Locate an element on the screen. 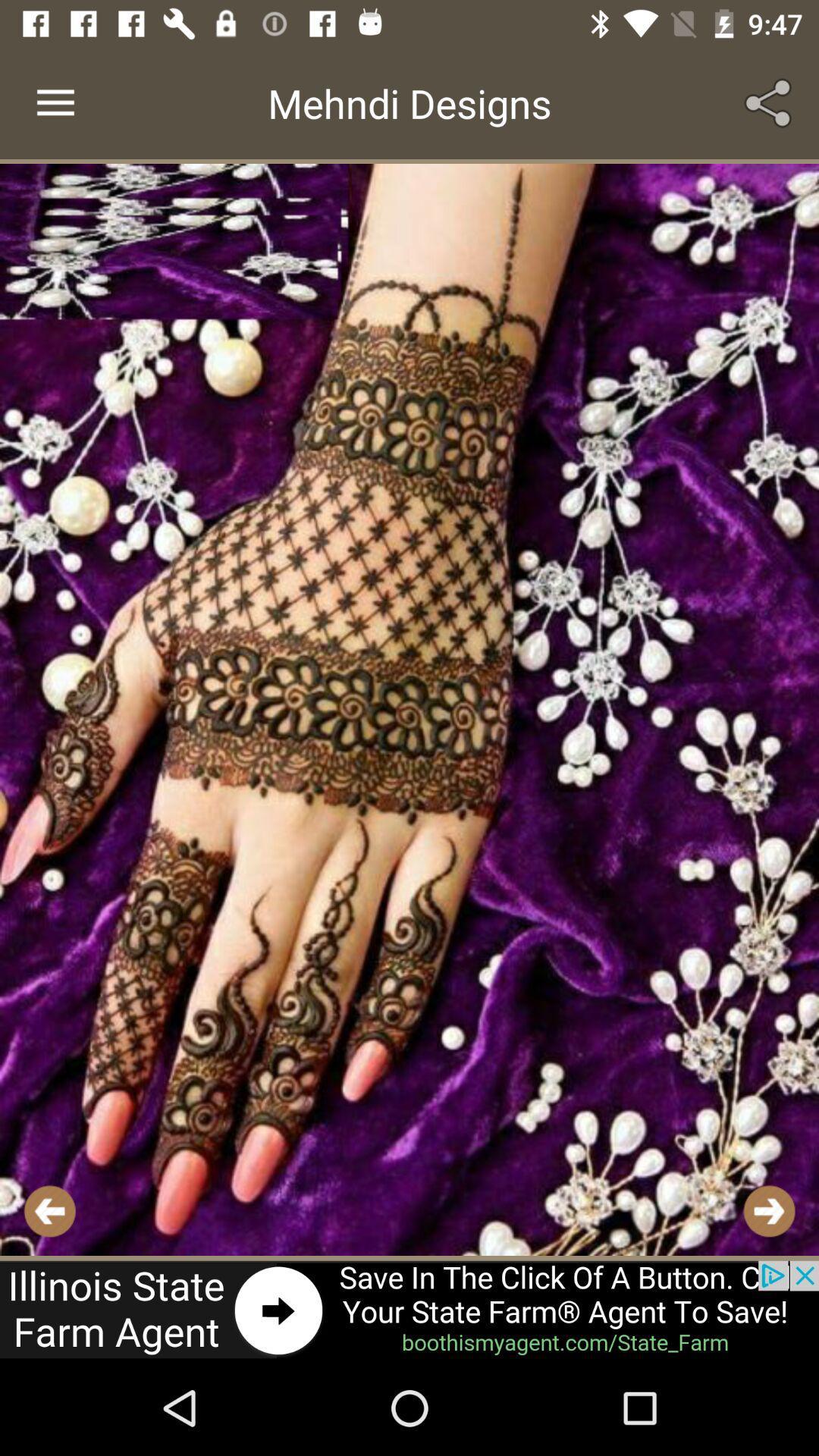 The width and height of the screenshot is (819, 1456). go back is located at coordinates (49, 1210).